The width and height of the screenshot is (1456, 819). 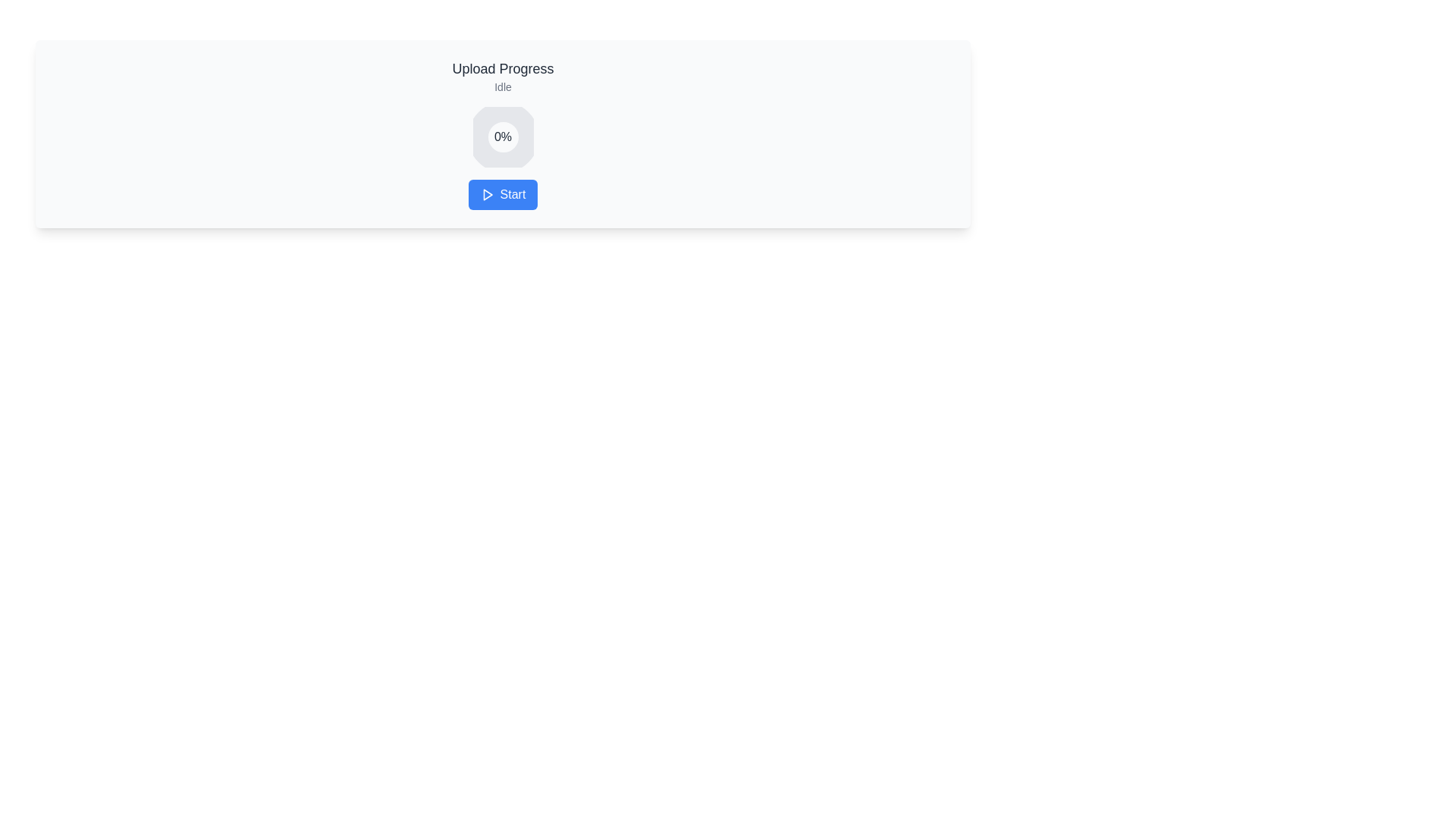 What do you see at coordinates (503, 137) in the screenshot?
I see `the Progress Indicator which shows the current operation progress at 0%, located below the 'Idle' text and above the 'Start' button` at bounding box center [503, 137].